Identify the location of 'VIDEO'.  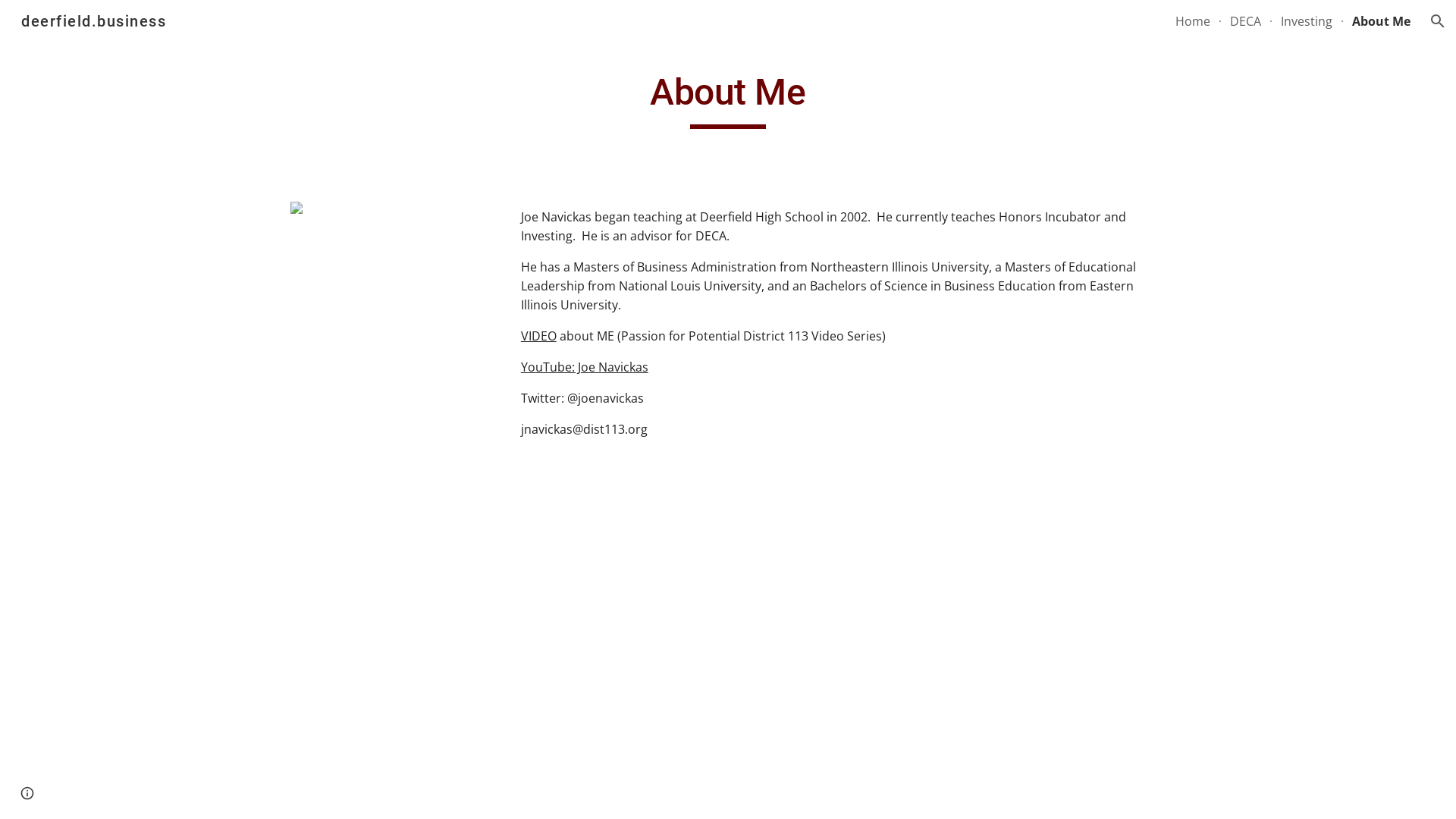
(538, 335).